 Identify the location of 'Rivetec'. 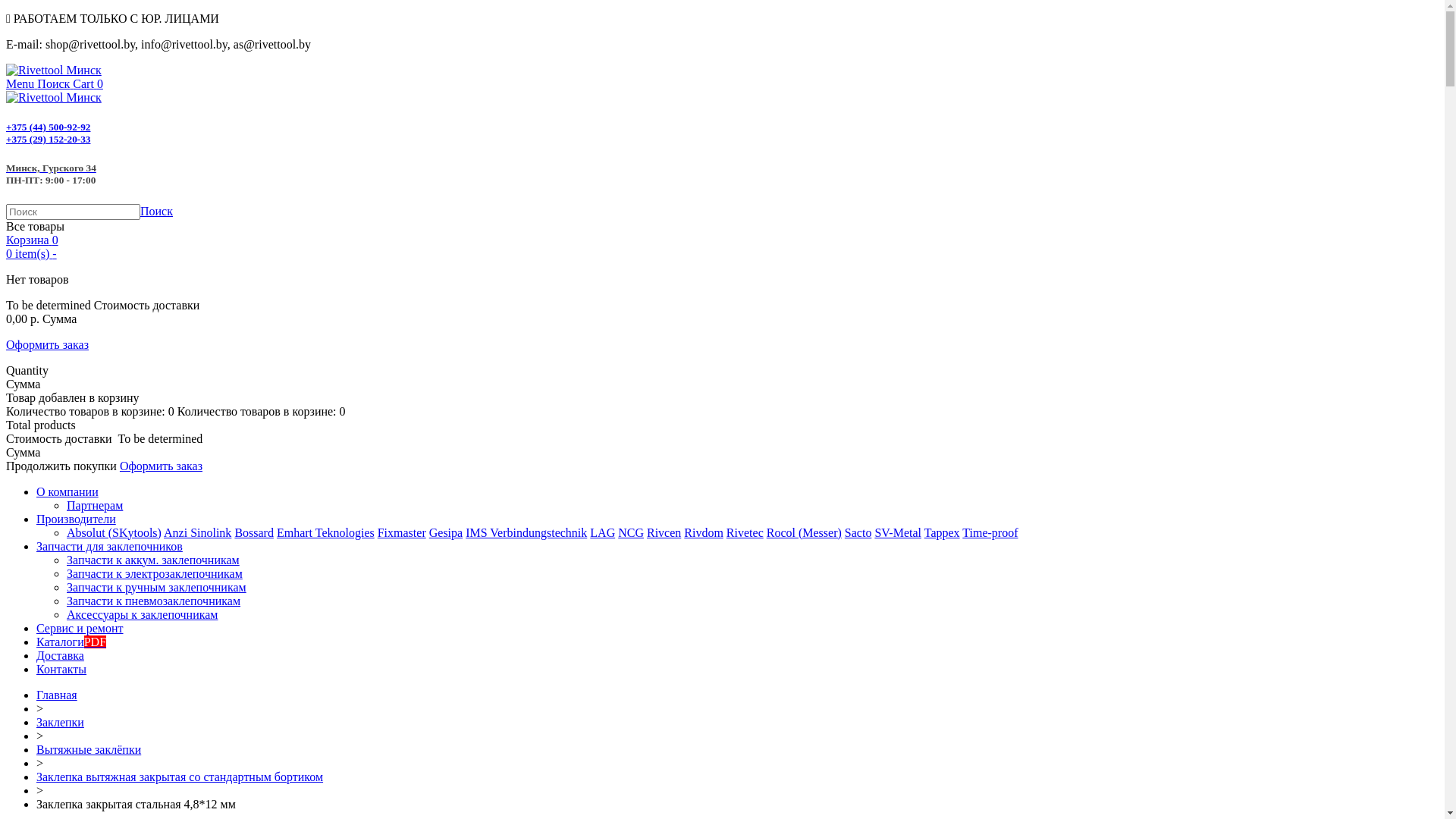
(745, 532).